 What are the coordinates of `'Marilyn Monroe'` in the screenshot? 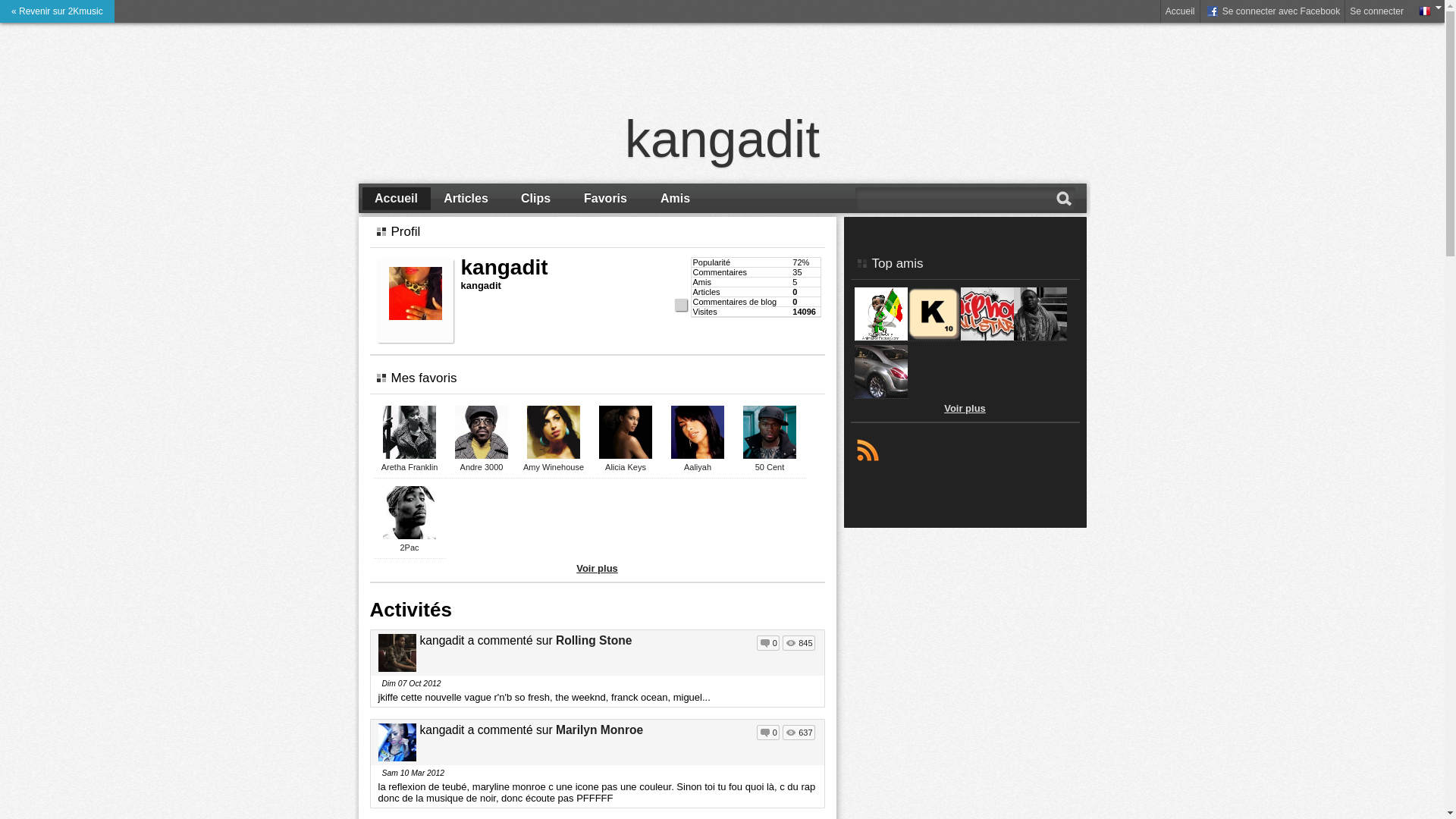 It's located at (598, 729).